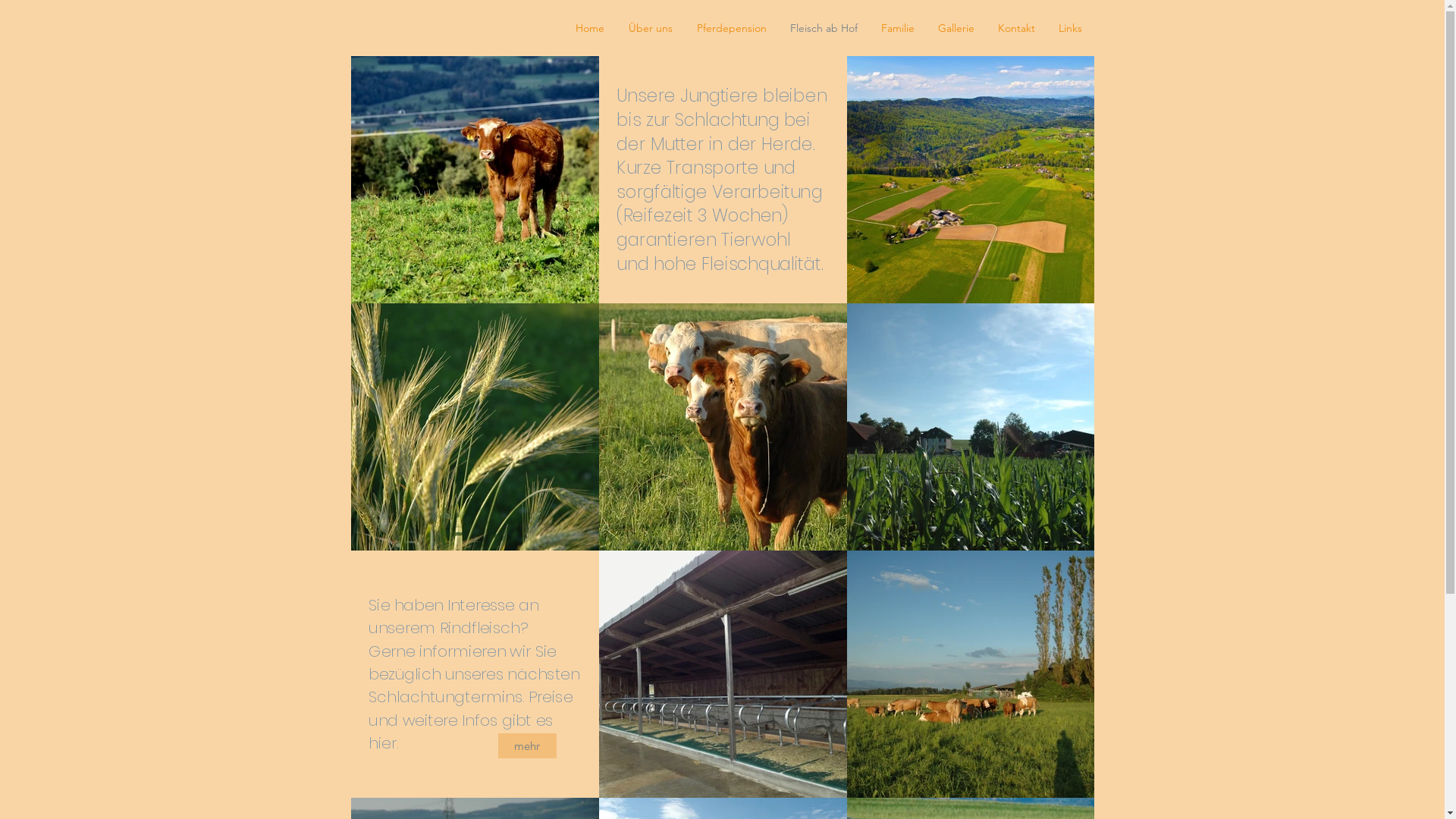 This screenshot has width=1456, height=819. I want to click on 'Gallerie', so click(955, 28).